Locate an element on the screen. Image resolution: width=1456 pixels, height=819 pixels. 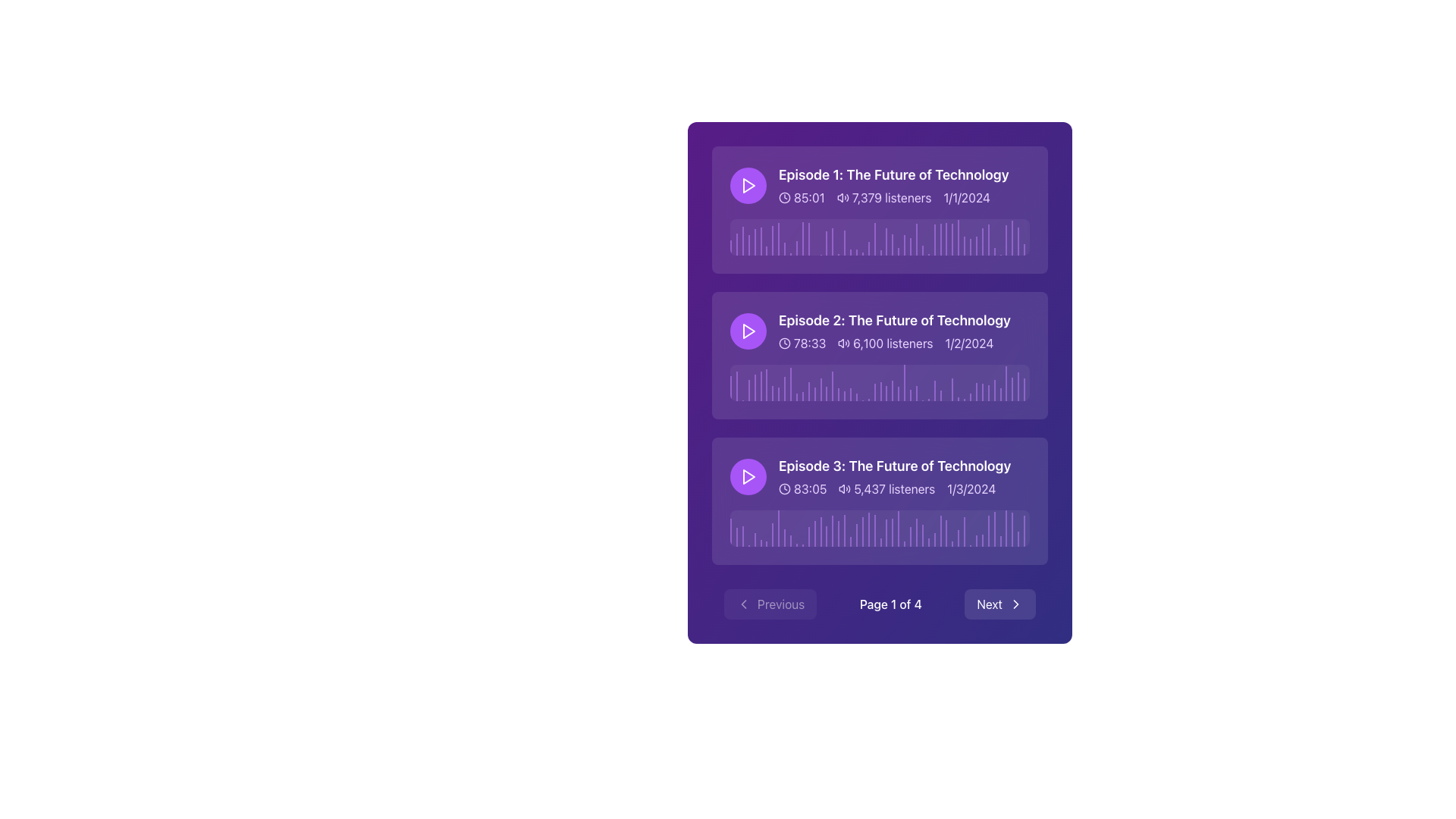
the 44th vertical purple line of the progress indicator marker within the waveform representation of the first episode is located at coordinates (994, 250).